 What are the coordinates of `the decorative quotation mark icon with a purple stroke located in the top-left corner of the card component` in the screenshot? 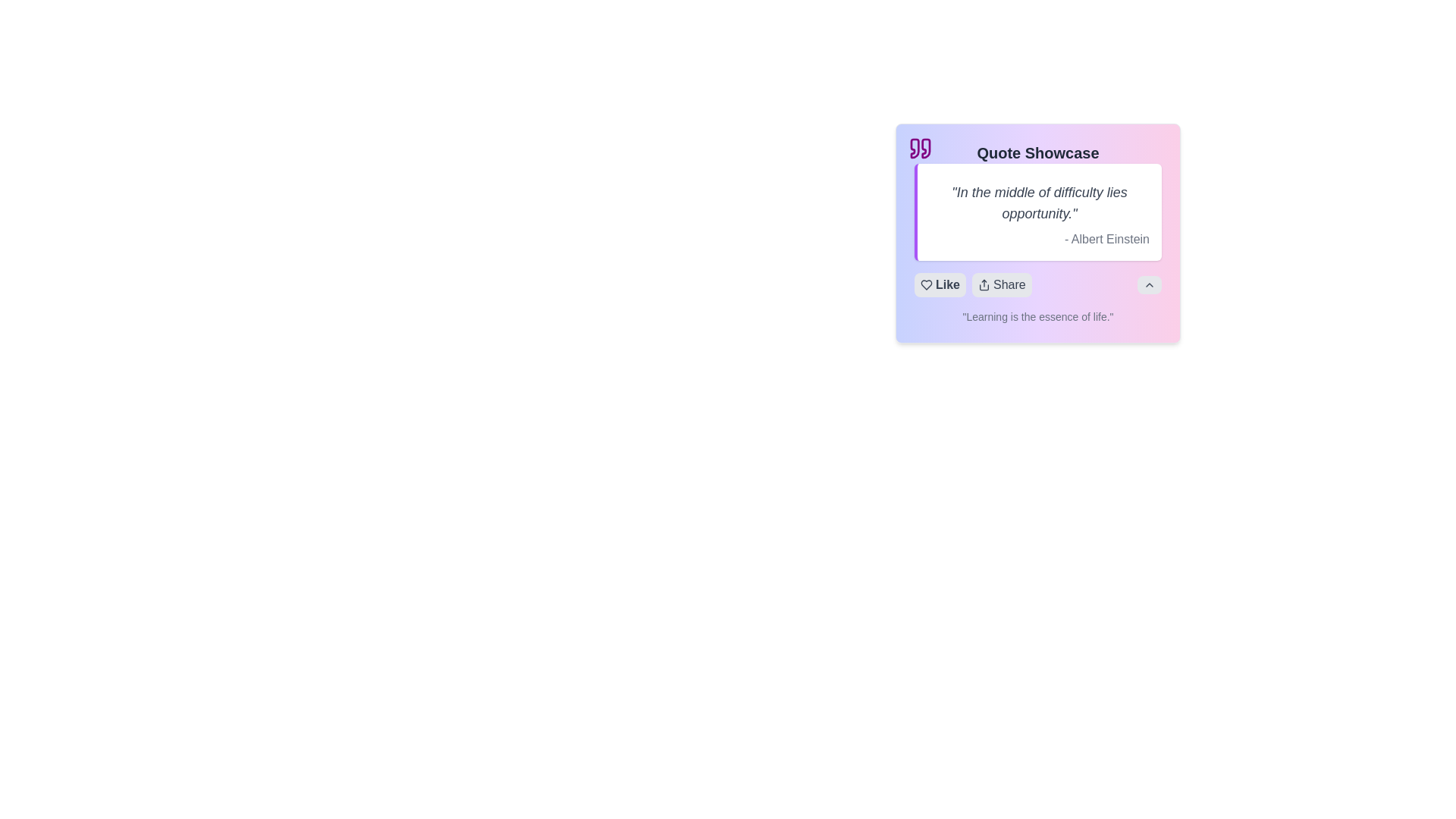 It's located at (920, 149).